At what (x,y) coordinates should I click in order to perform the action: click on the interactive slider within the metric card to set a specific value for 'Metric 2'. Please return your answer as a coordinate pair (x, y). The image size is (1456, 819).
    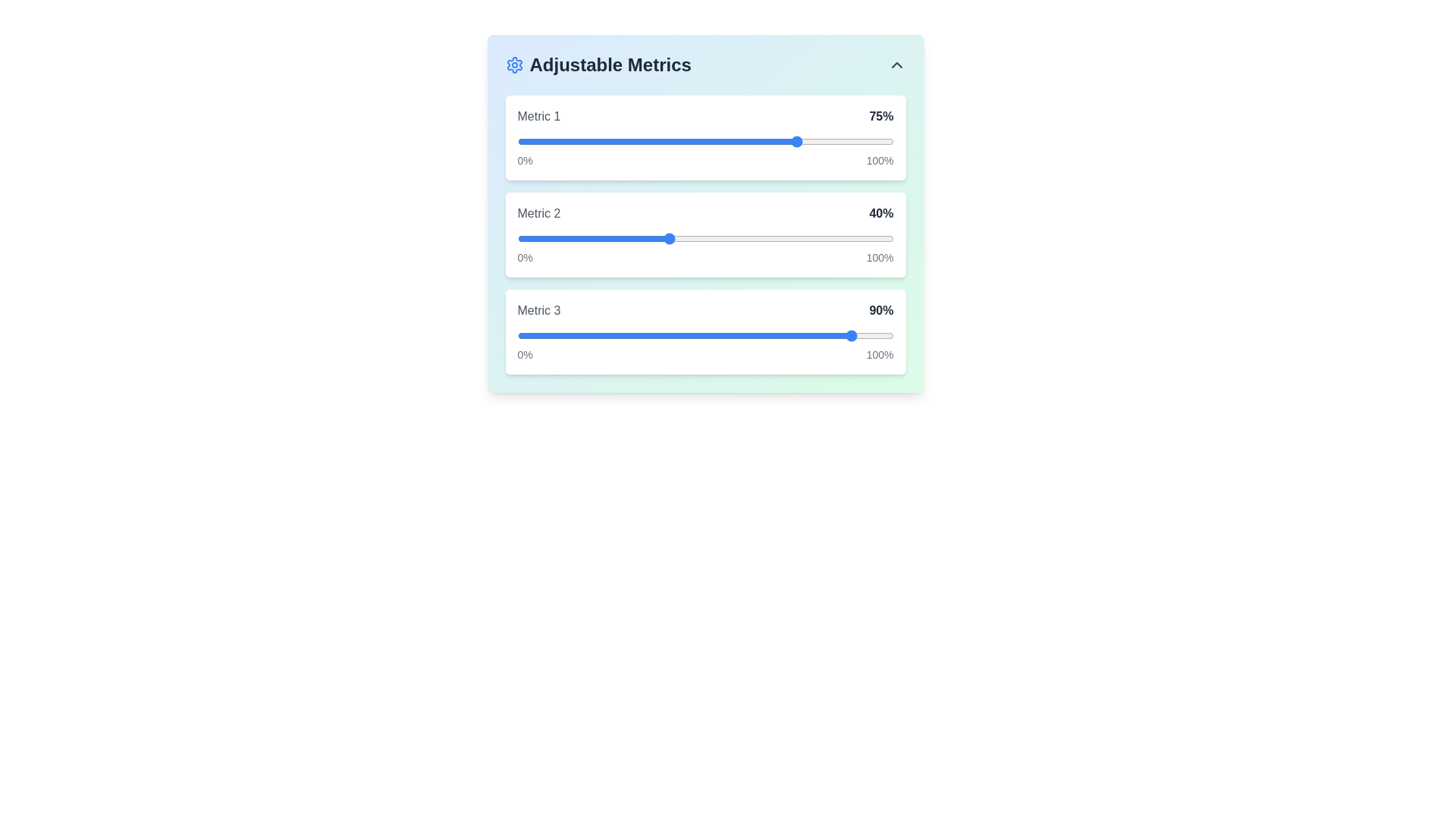
    Looking at the image, I should click on (704, 234).